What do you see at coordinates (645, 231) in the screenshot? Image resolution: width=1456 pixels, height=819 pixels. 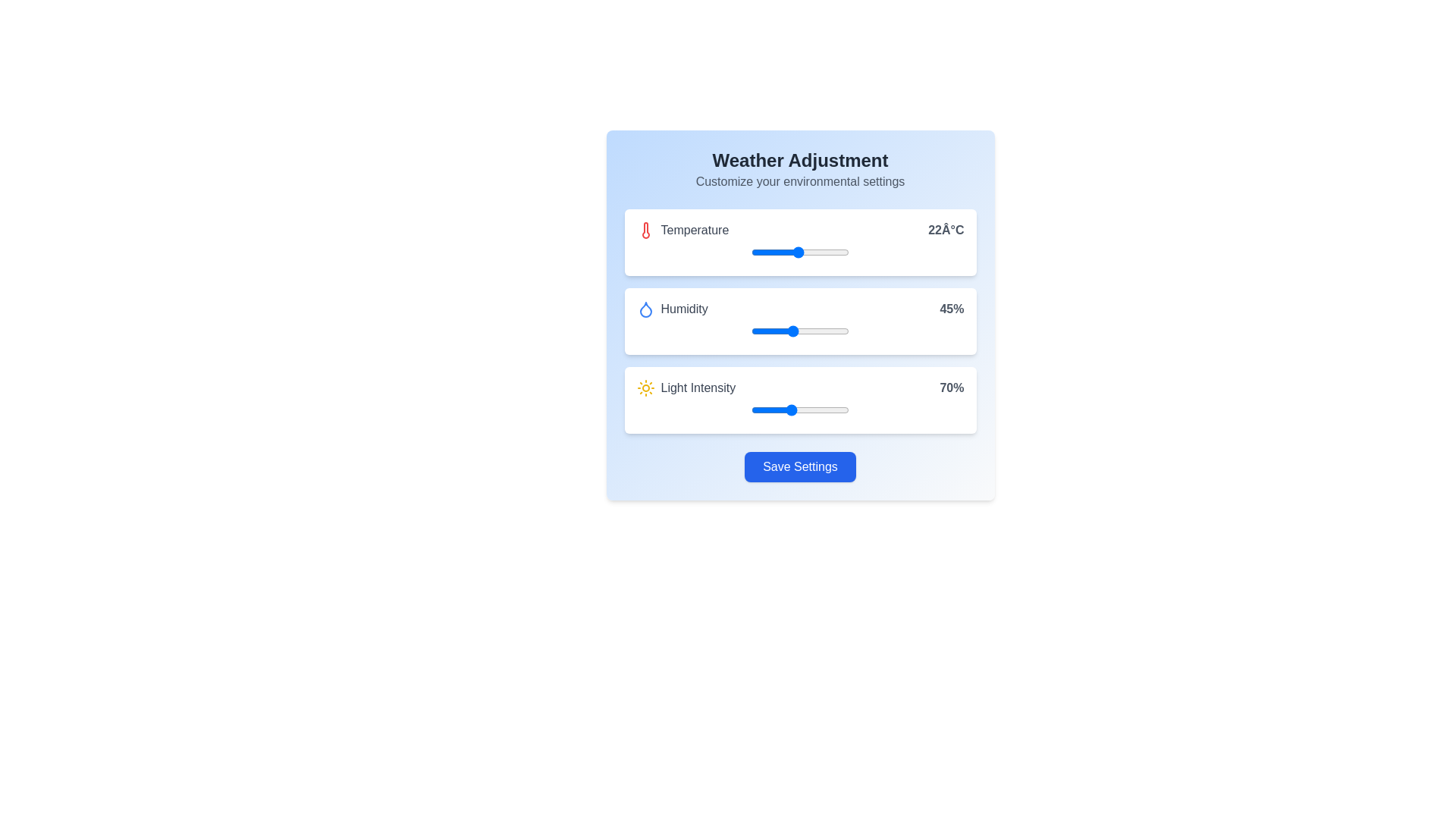 I see `the red thermometer icon located to the left of the 'Temperature' label in the weather adjustment settings row` at bounding box center [645, 231].